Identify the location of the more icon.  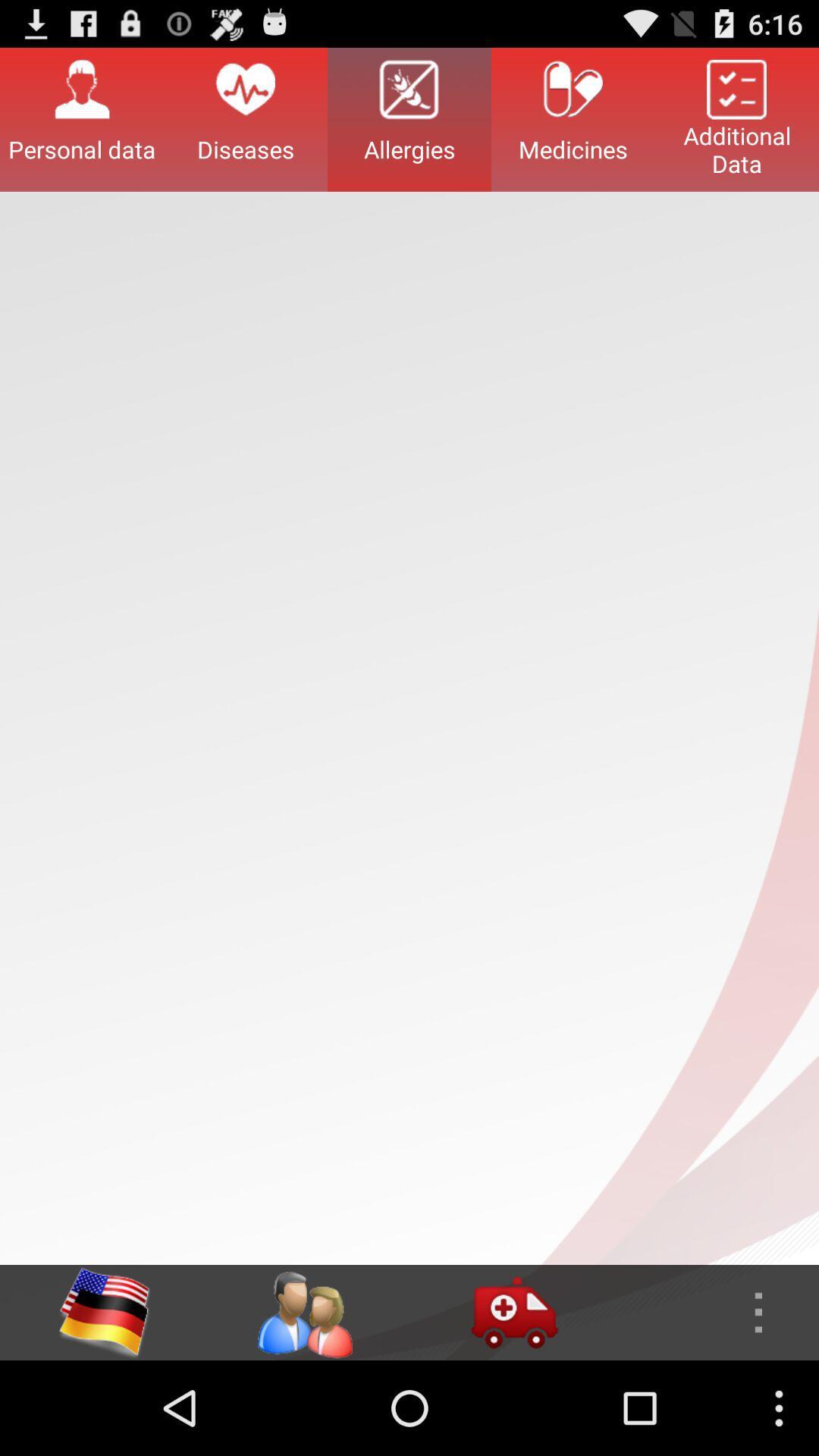
(714, 1404).